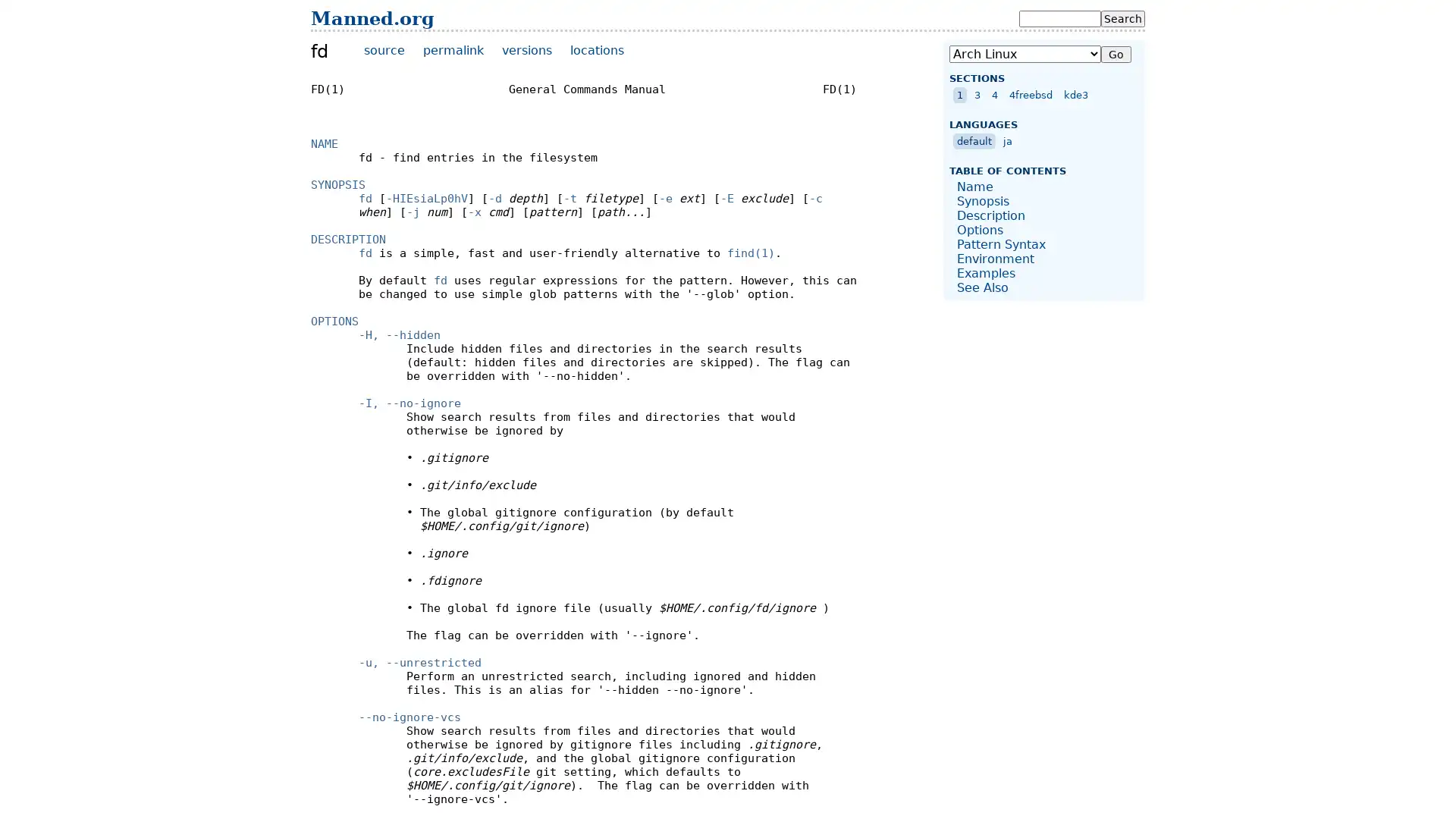 The image size is (1456, 819). Describe the element at coordinates (1116, 54) in the screenshot. I see `Go` at that location.